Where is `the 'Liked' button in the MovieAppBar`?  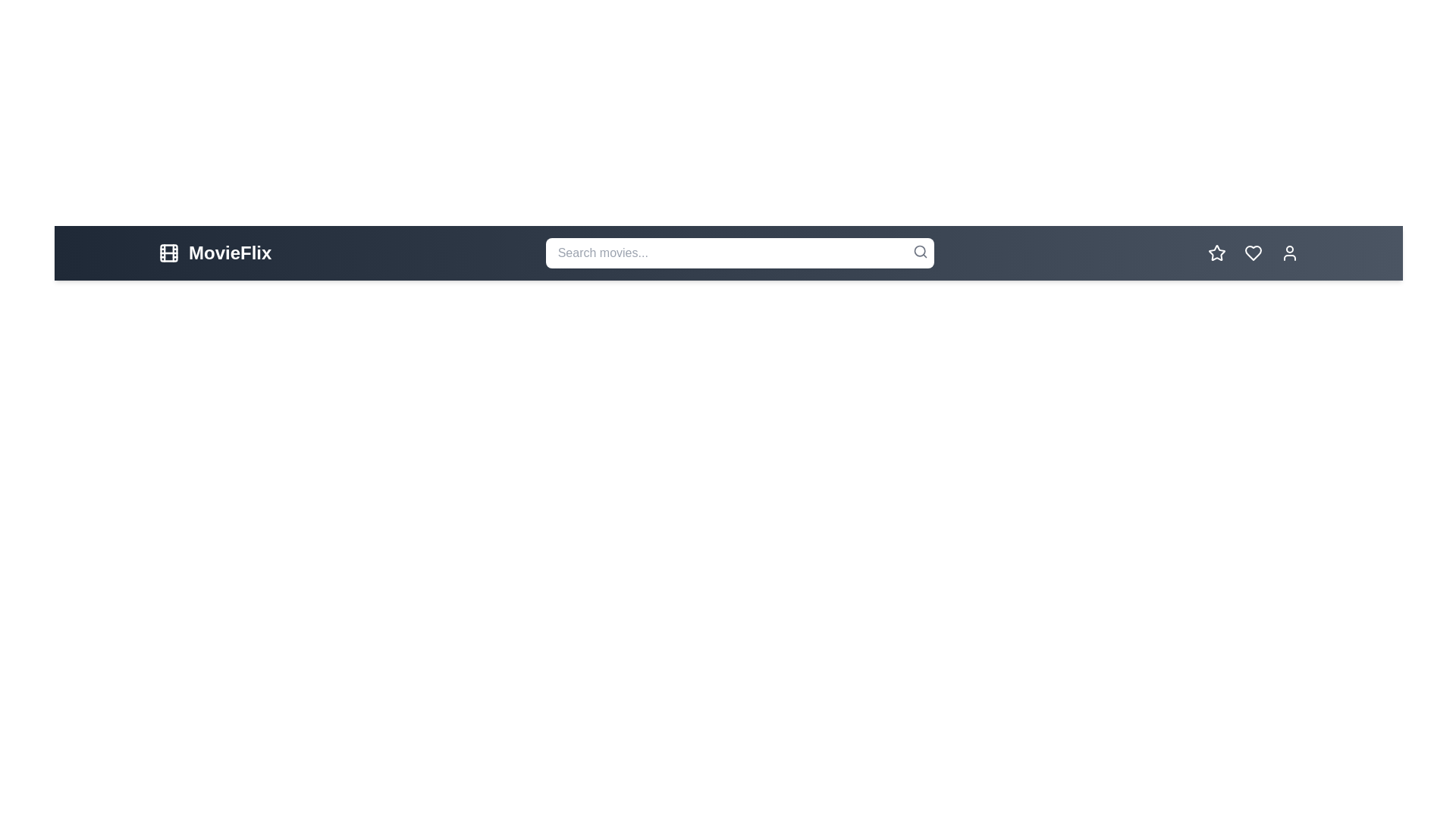
the 'Liked' button in the MovieAppBar is located at coordinates (1253, 253).